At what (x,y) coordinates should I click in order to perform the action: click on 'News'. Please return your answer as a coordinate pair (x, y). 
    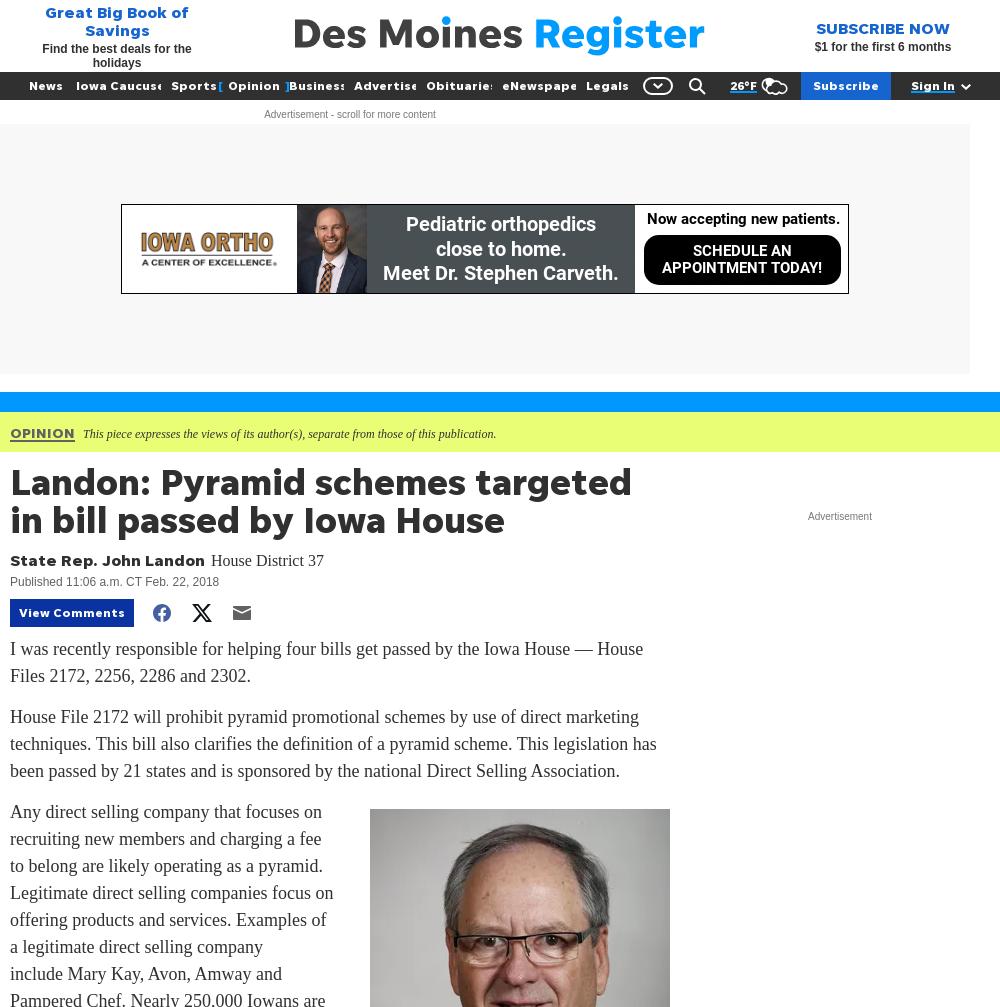
    Looking at the image, I should click on (46, 85).